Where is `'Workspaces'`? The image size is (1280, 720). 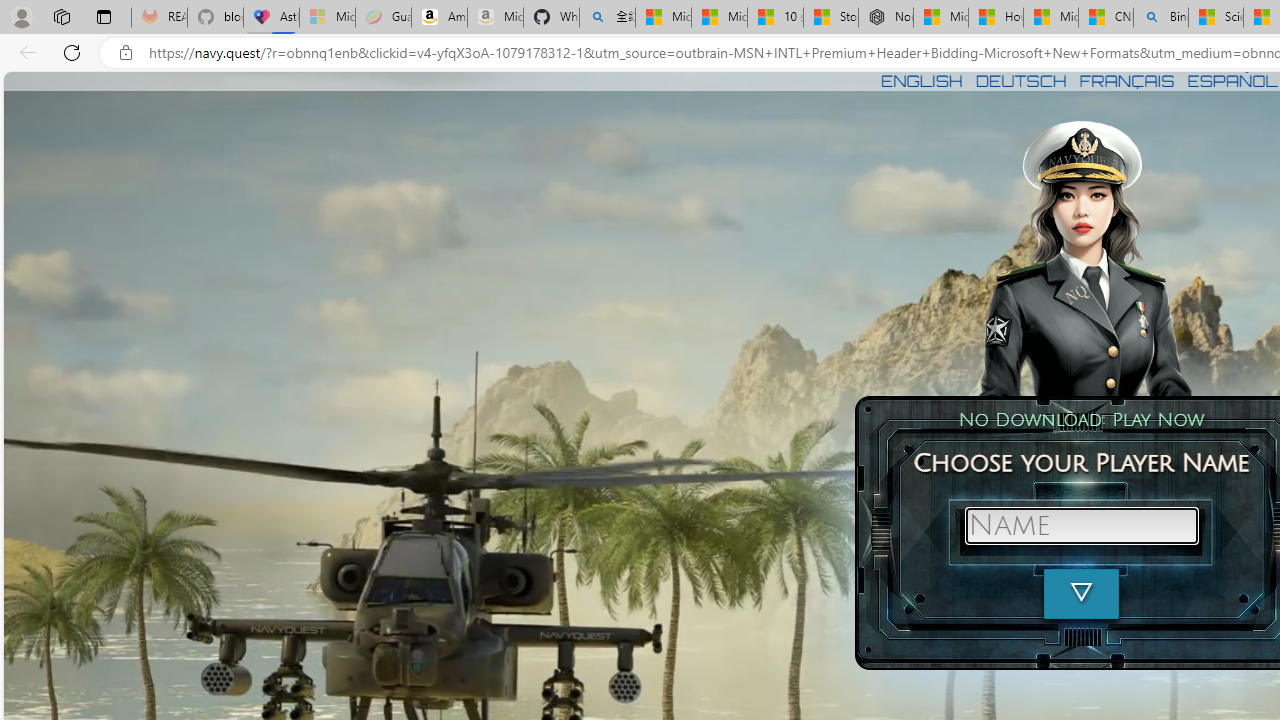
'Workspaces' is located at coordinates (61, 16).